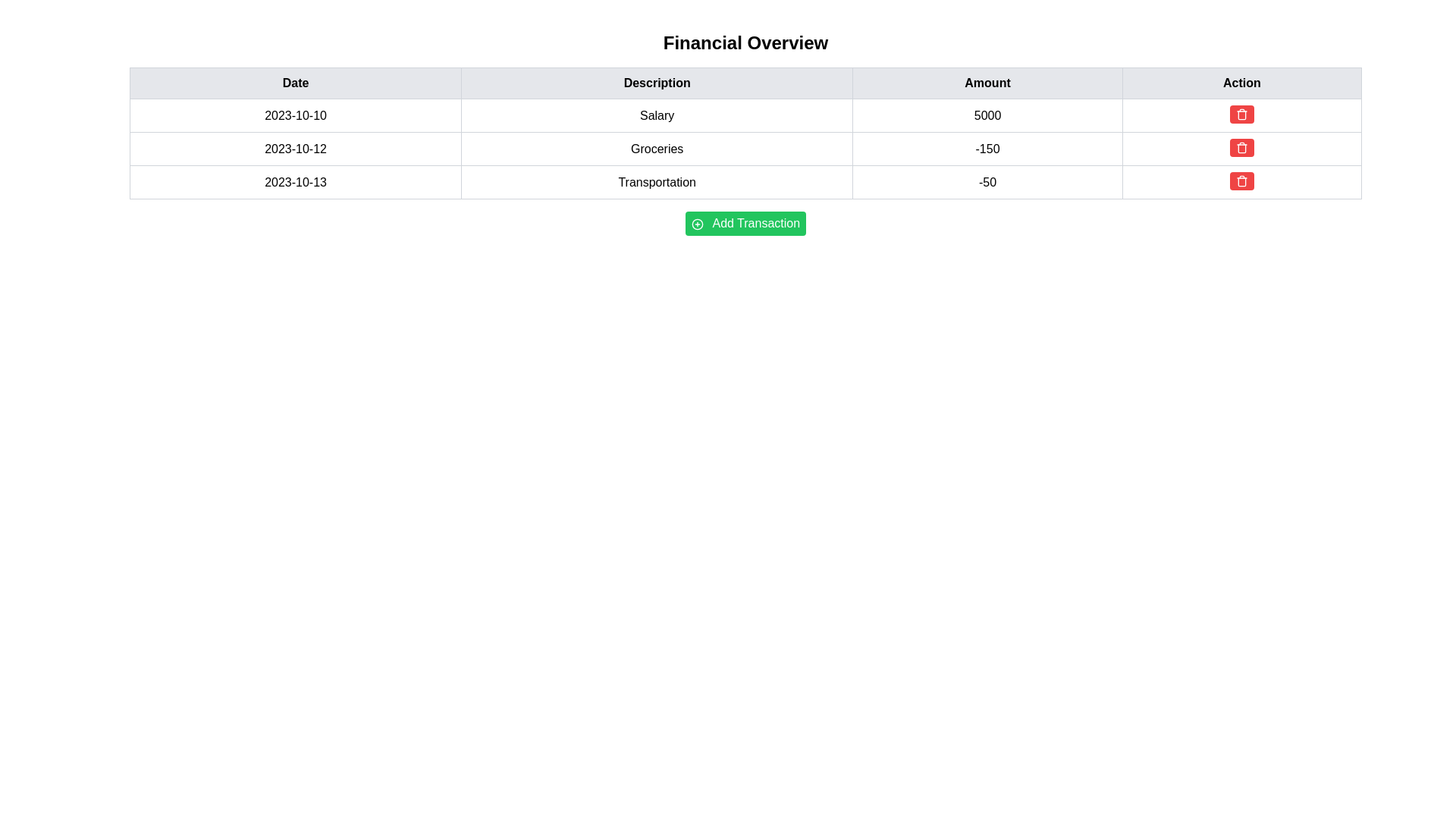  What do you see at coordinates (657, 115) in the screenshot?
I see `the 'Salary' text label, which is the second item in the row under the 'Description' column aligned with the date '2023-10-10'` at bounding box center [657, 115].